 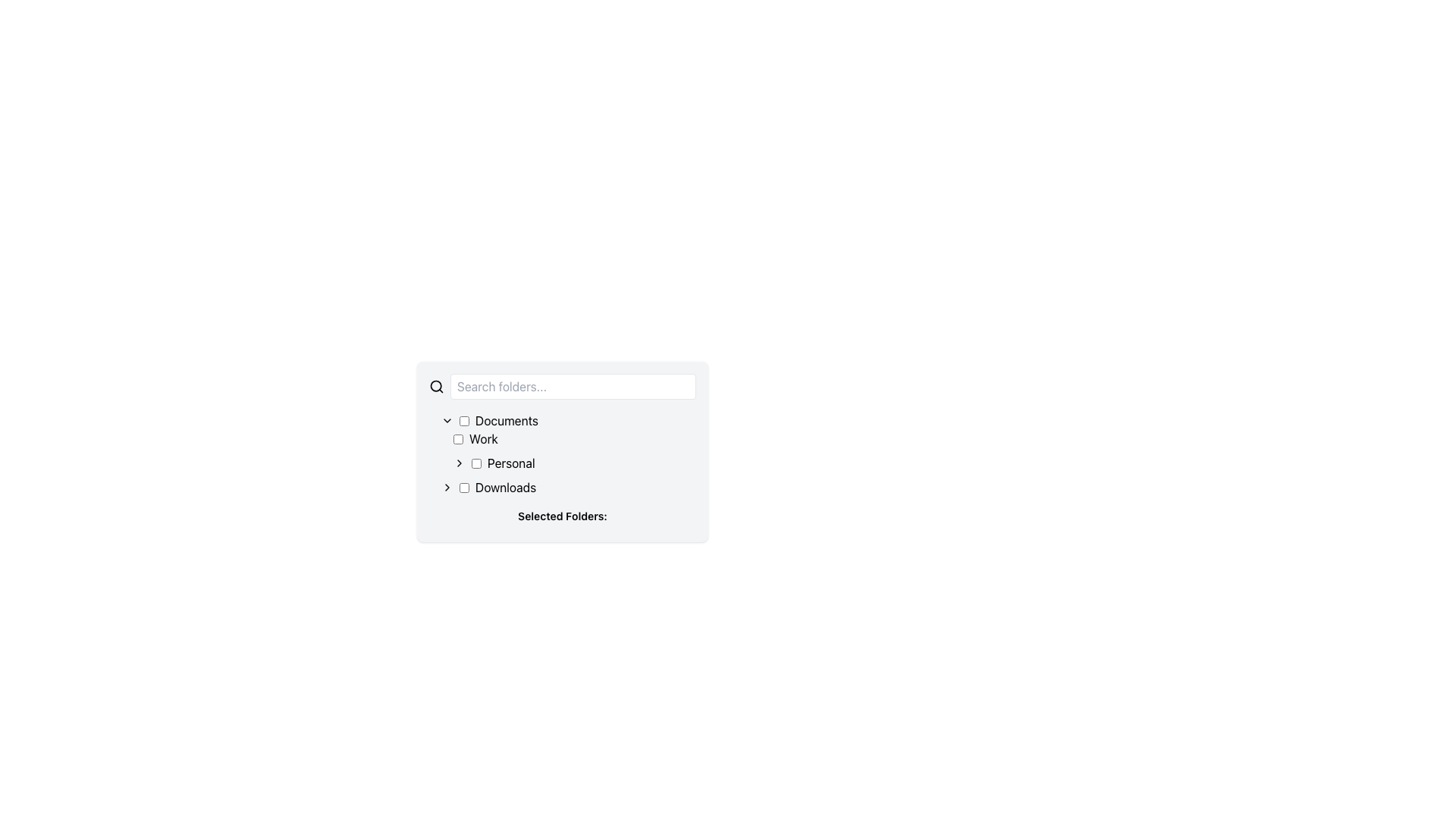 I want to click on the text label displaying the word 'Documents' which is associated with a checkbox on its left side, so click(x=507, y=421).